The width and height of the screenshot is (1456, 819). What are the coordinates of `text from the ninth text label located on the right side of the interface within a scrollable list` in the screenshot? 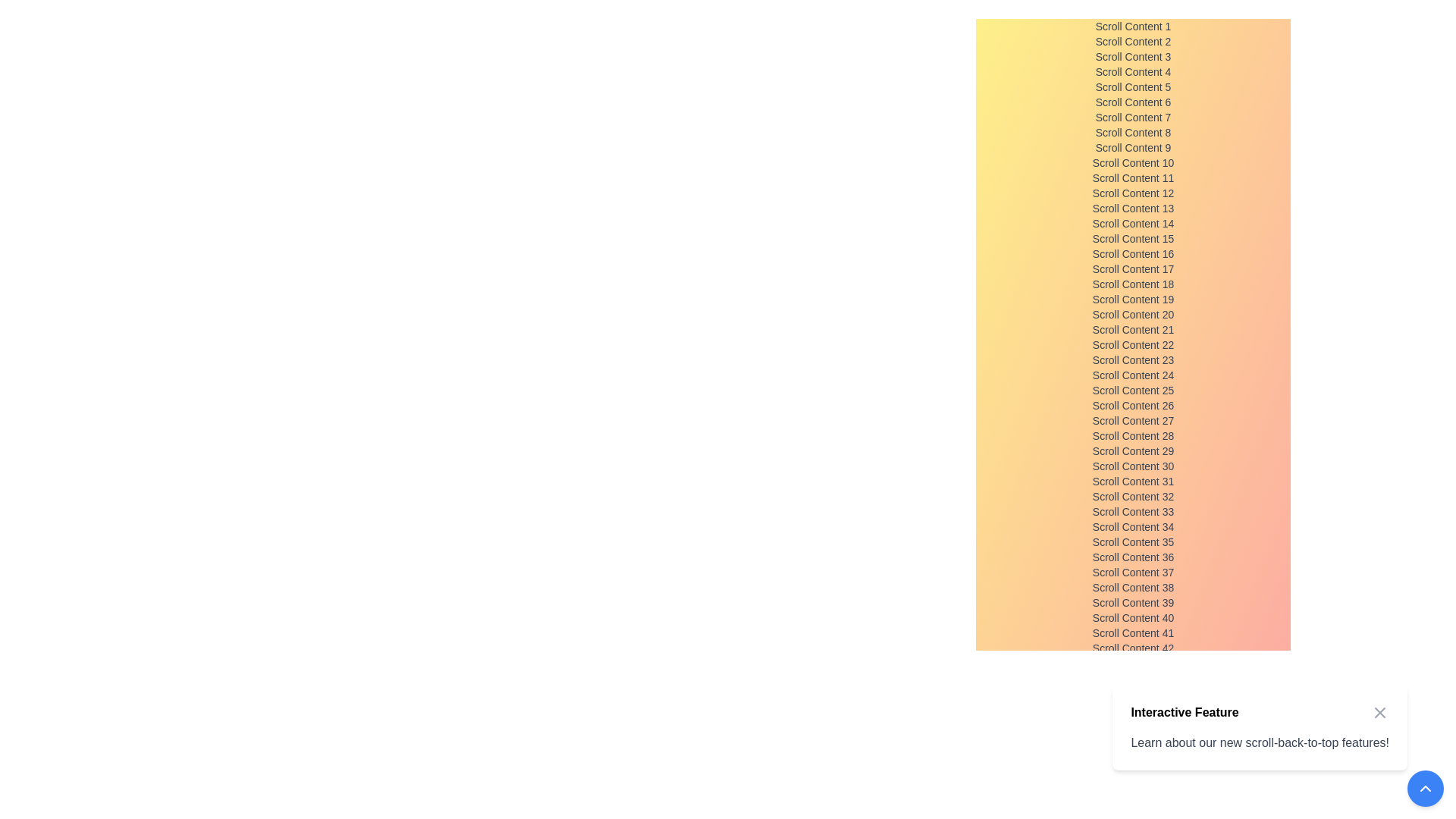 It's located at (1133, 148).